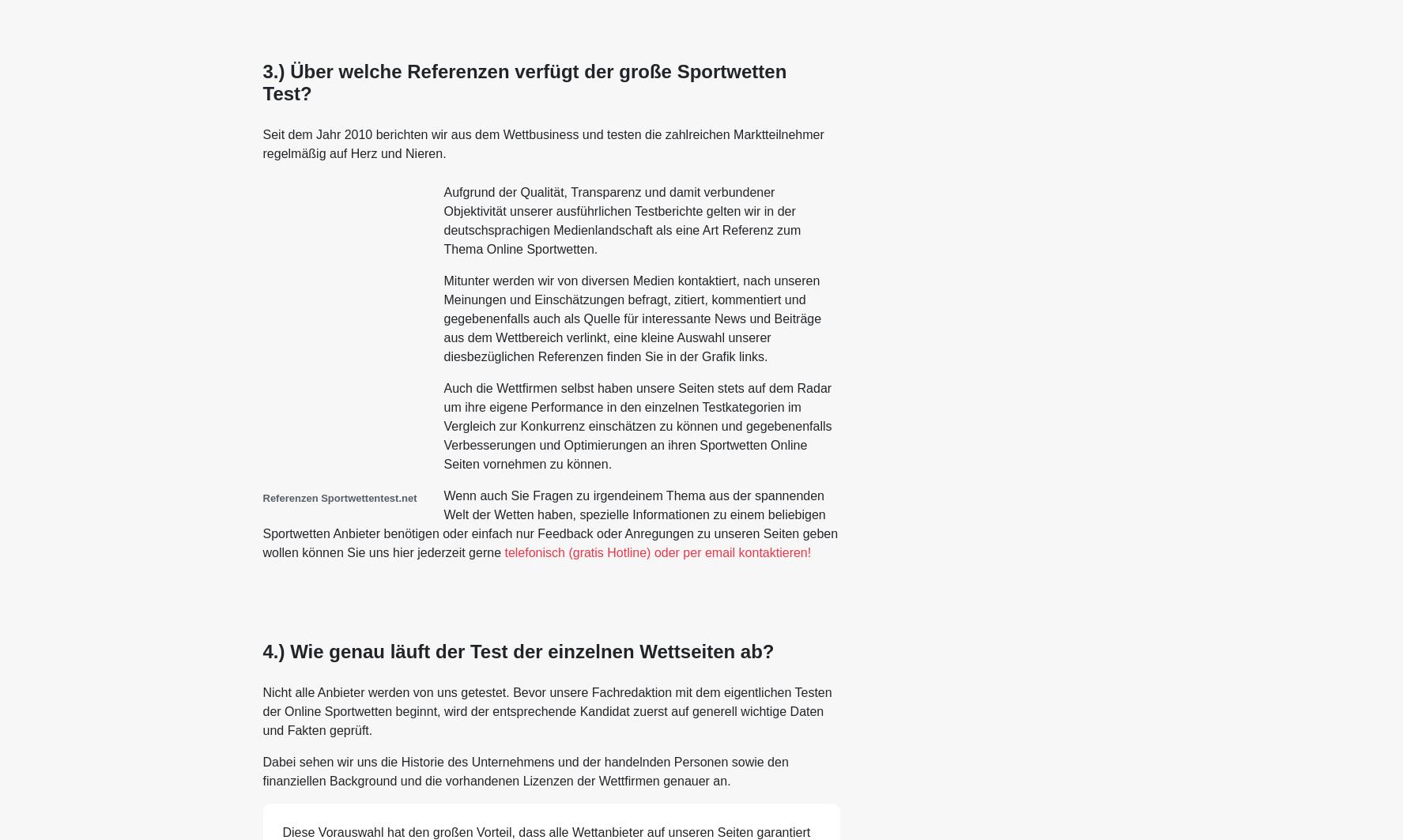 The image size is (1403, 840). I want to click on 'Dabei sehen wir uns die Historie des Unternehmens und der handelnden Personen sowie den finanziellen Background und die vorhandenen Lizenzen der Wettfirmen genauer an.', so click(524, 770).